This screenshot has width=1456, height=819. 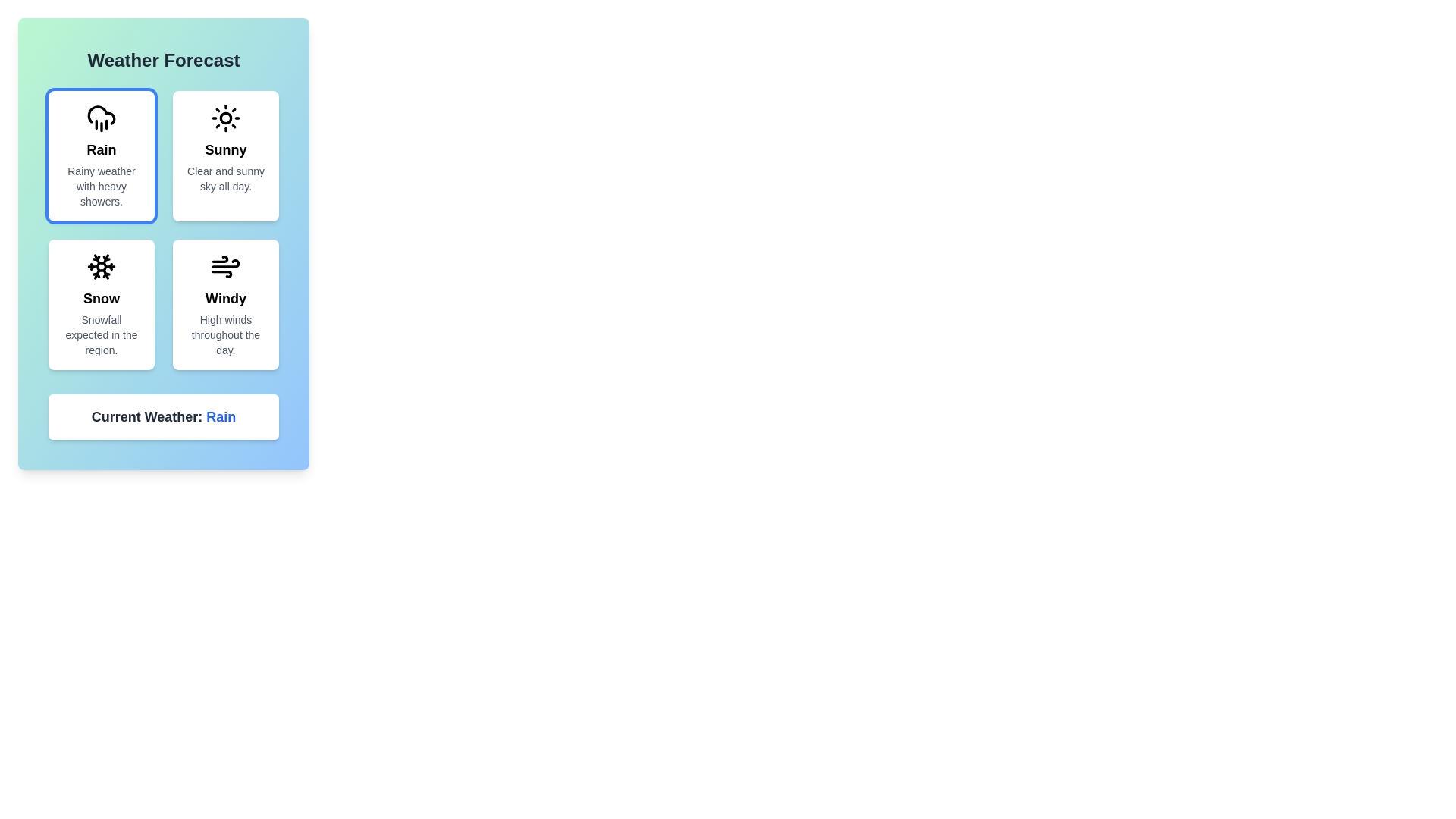 I want to click on text from the header titled 'Weather Forecast', which is centrally located at the top of the interface, so click(x=164, y=60).